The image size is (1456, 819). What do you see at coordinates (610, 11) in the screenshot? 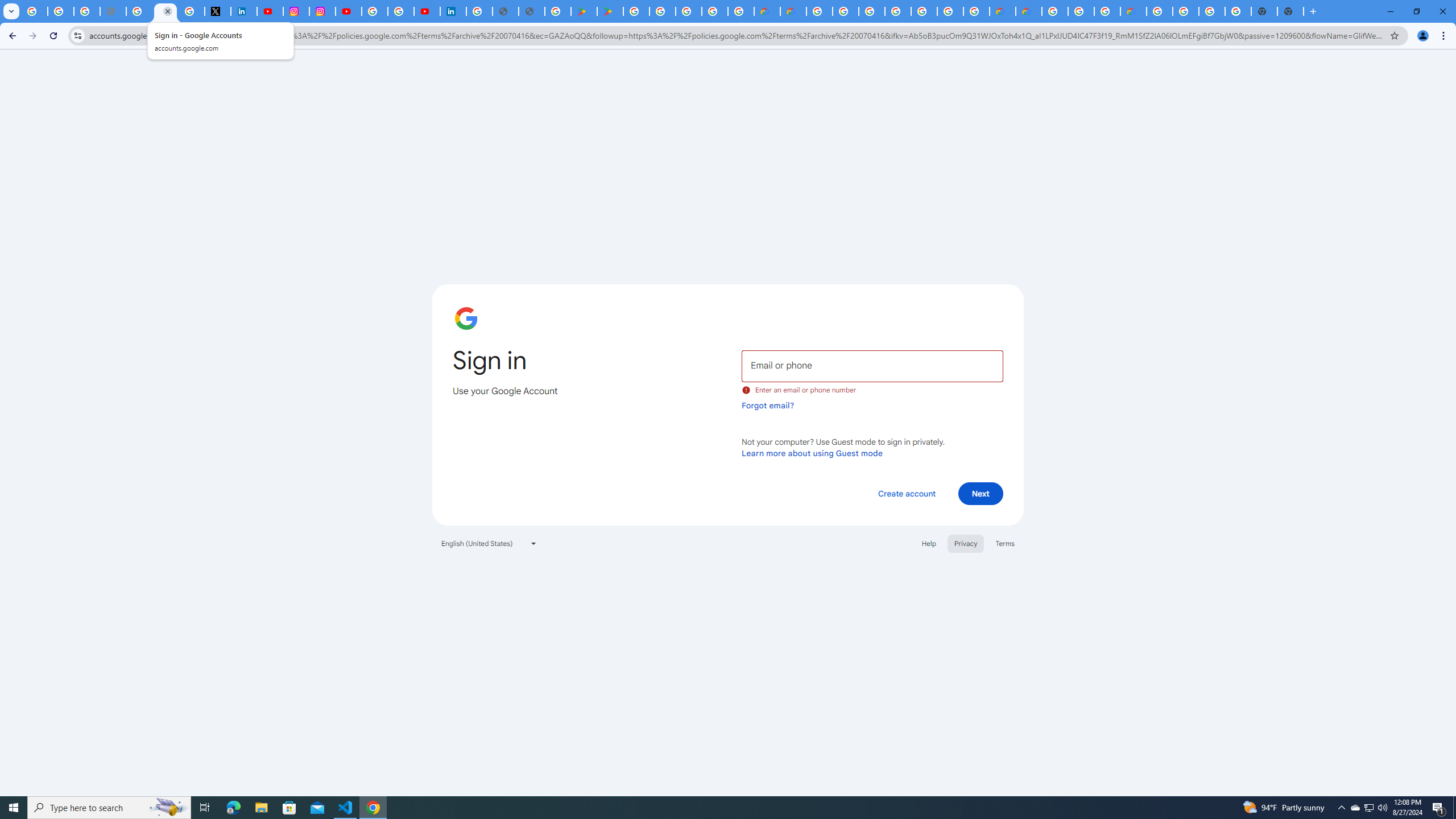
I see `'PAW Patrol Rescue World - Apps on Google Play'` at bounding box center [610, 11].